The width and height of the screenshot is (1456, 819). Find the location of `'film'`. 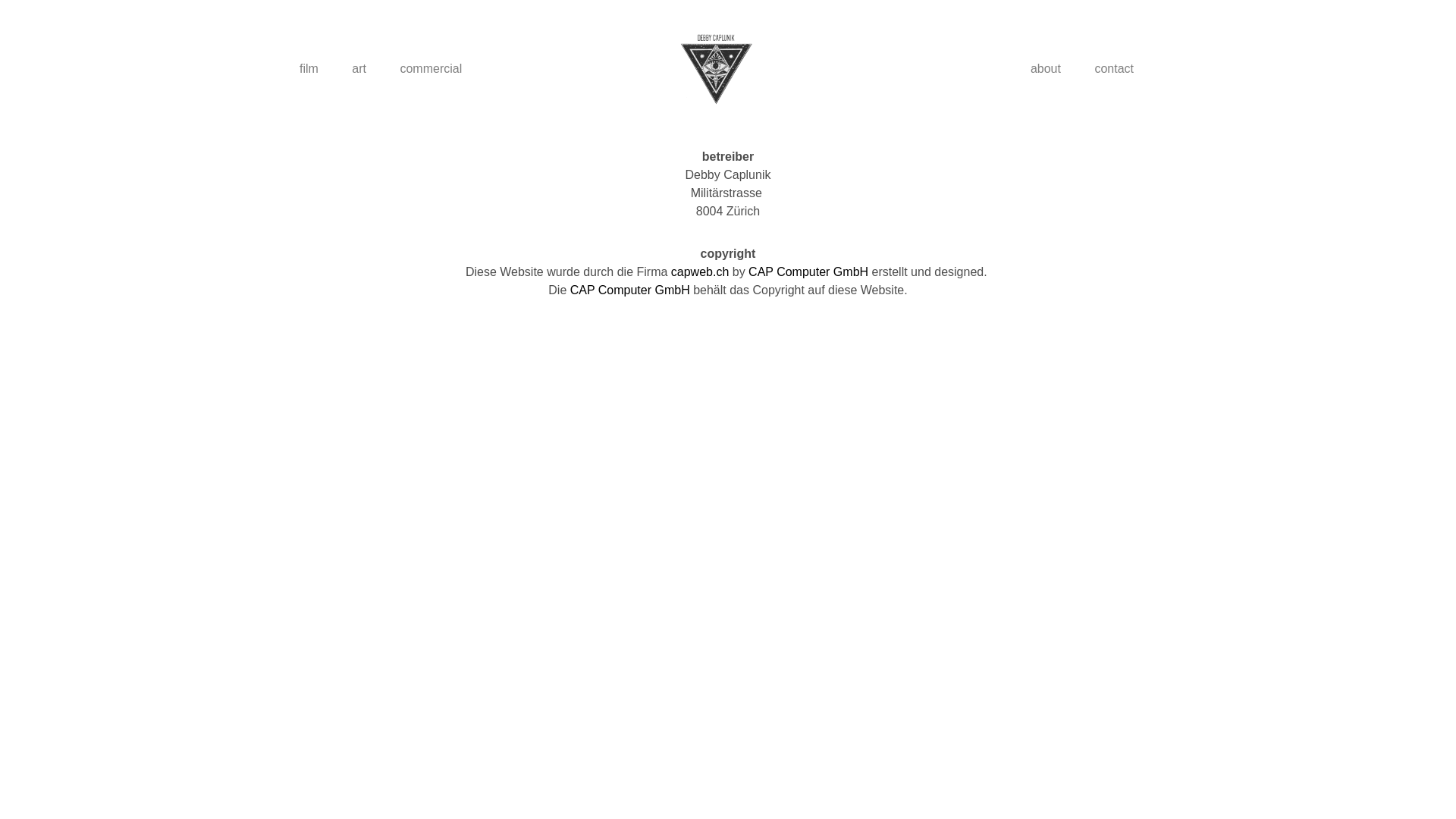

'film' is located at coordinates (284, 69).